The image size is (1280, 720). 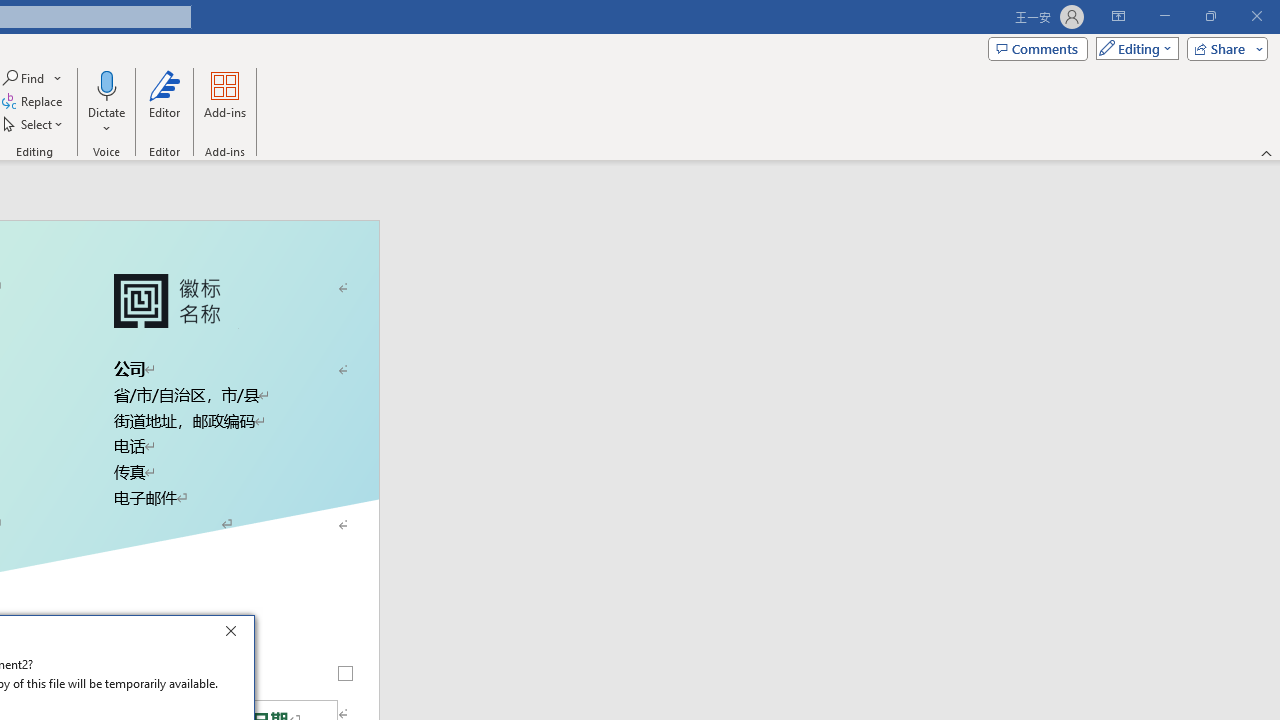 I want to click on 'Comments', so click(x=1038, y=47).